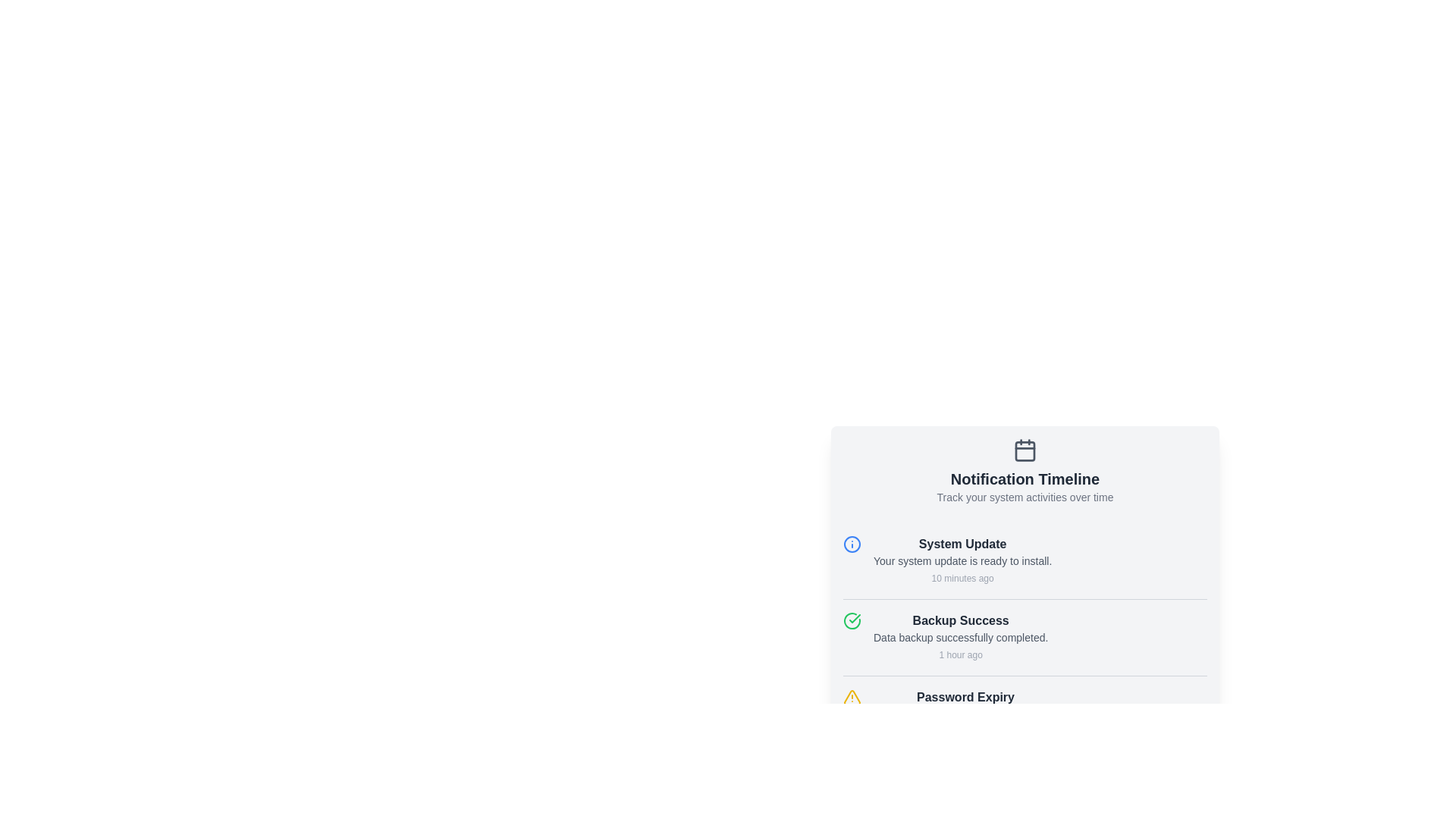  Describe the element at coordinates (1025, 714) in the screenshot. I see `notification details from the third entry in the 'Notification Timeline' list, which alerts the user about the imminent expiration of their current password` at that location.